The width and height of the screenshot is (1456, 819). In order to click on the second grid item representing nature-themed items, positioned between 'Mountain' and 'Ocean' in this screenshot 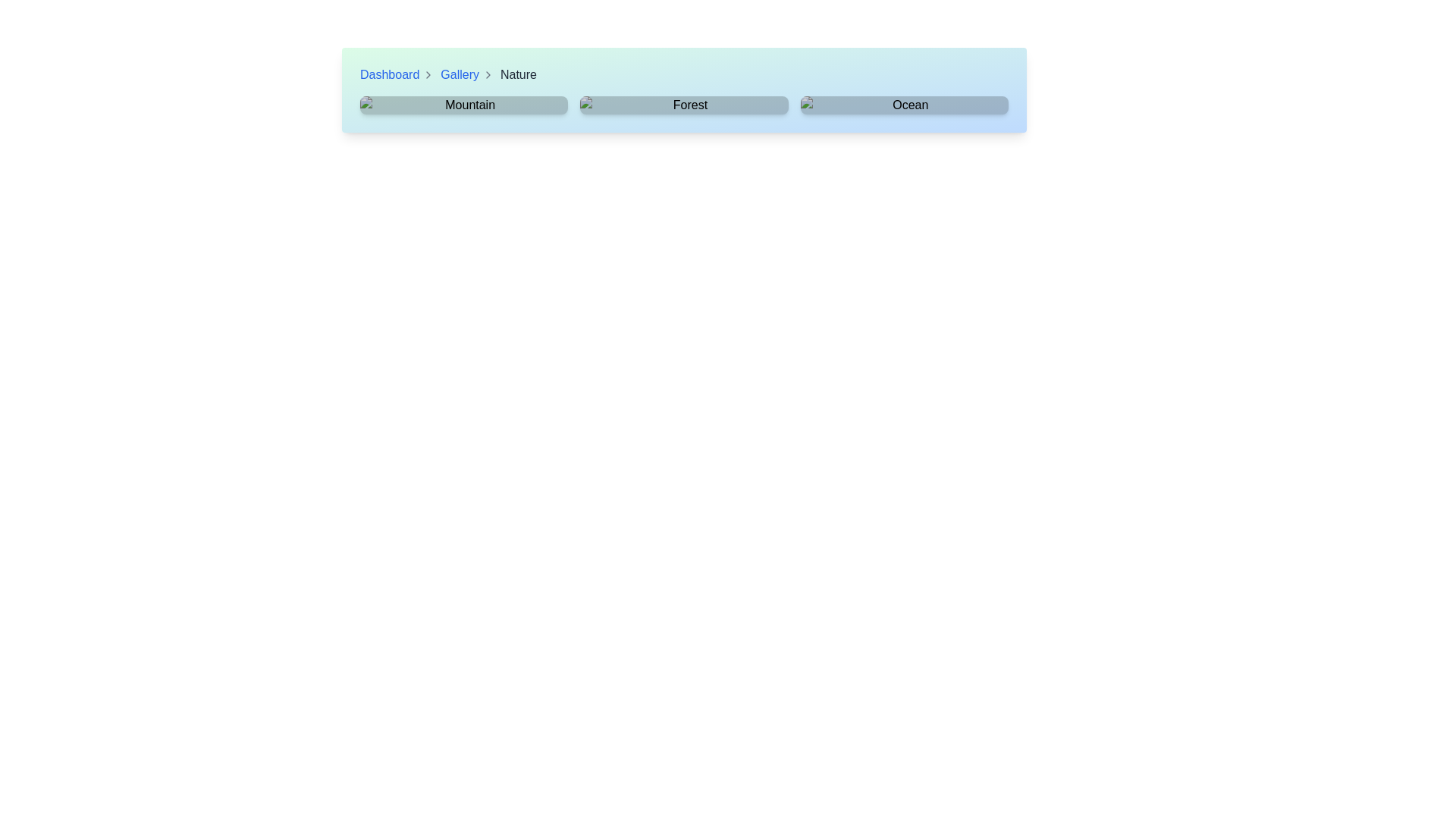, I will do `click(683, 104)`.